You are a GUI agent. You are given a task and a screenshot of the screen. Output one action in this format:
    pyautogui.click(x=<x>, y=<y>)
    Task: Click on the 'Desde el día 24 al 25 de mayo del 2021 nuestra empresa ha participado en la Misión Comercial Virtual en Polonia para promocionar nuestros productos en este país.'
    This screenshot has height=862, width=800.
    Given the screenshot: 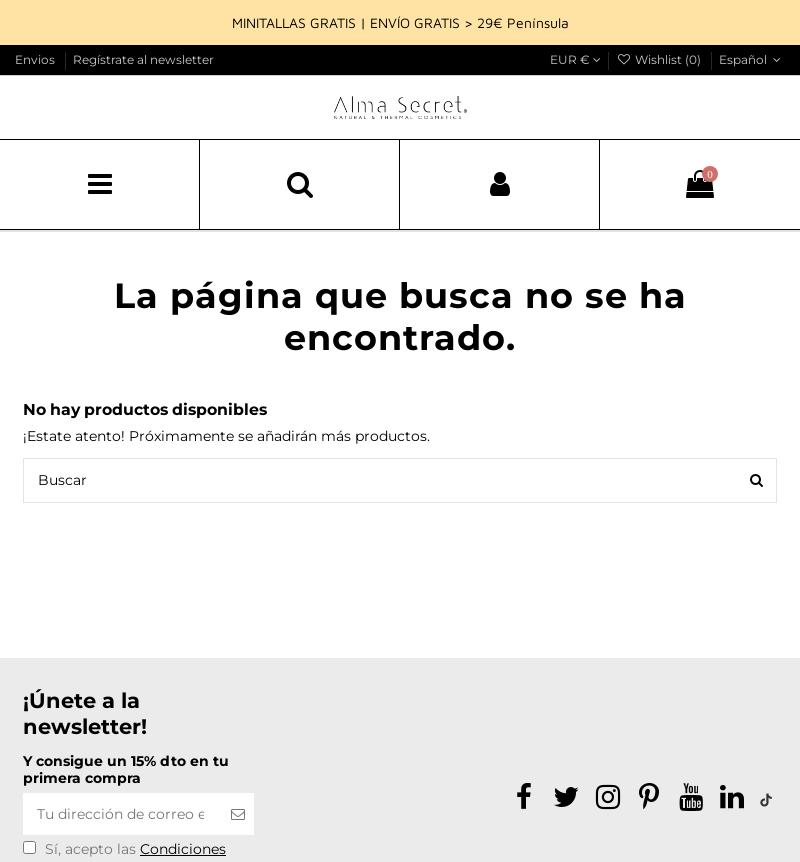 What is the action you would take?
    pyautogui.click(x=186, y=346)
    